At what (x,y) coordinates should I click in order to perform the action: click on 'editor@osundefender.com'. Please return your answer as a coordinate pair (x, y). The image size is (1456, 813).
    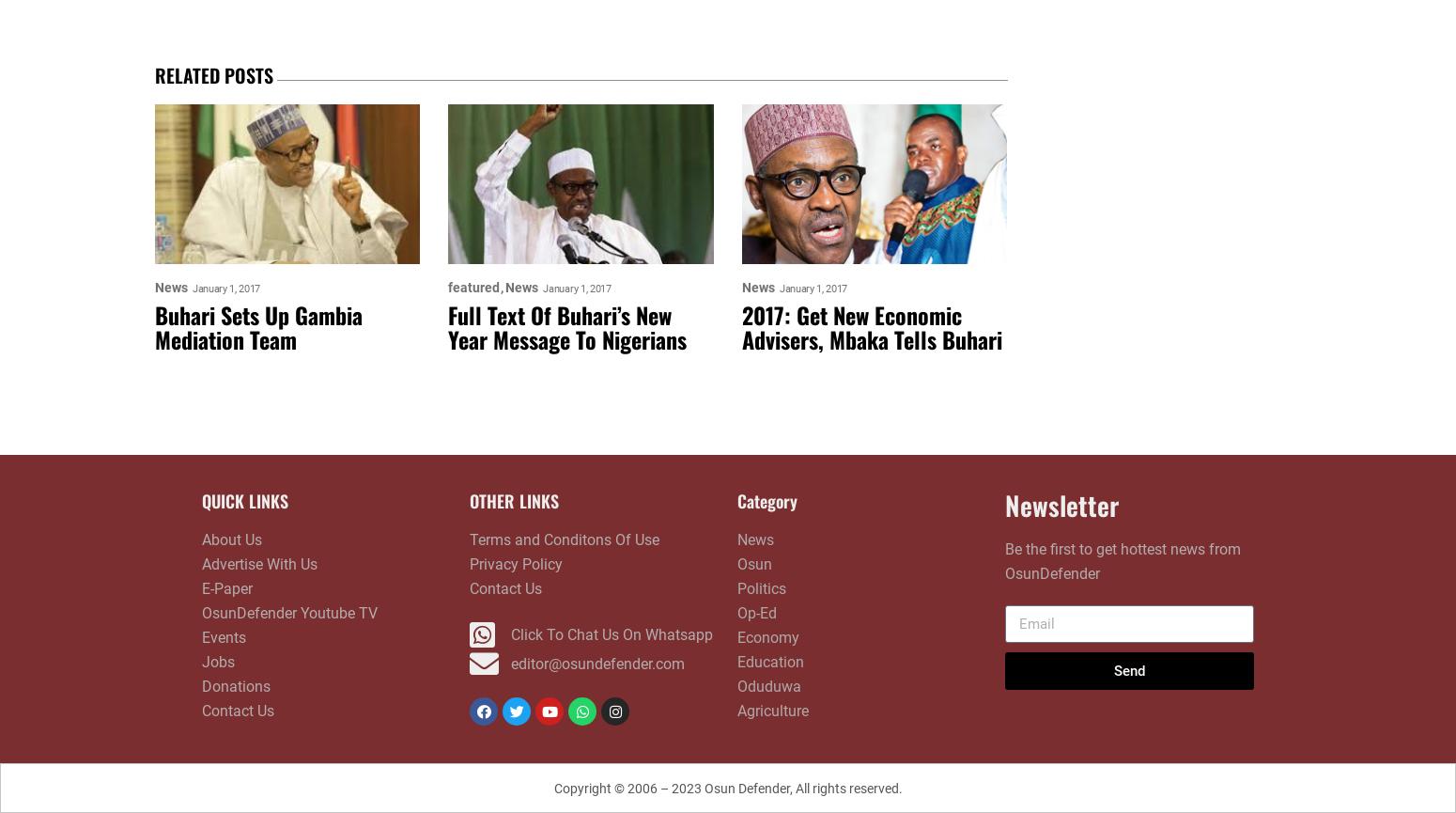
    Looking at the image, I should click on (596, 663).